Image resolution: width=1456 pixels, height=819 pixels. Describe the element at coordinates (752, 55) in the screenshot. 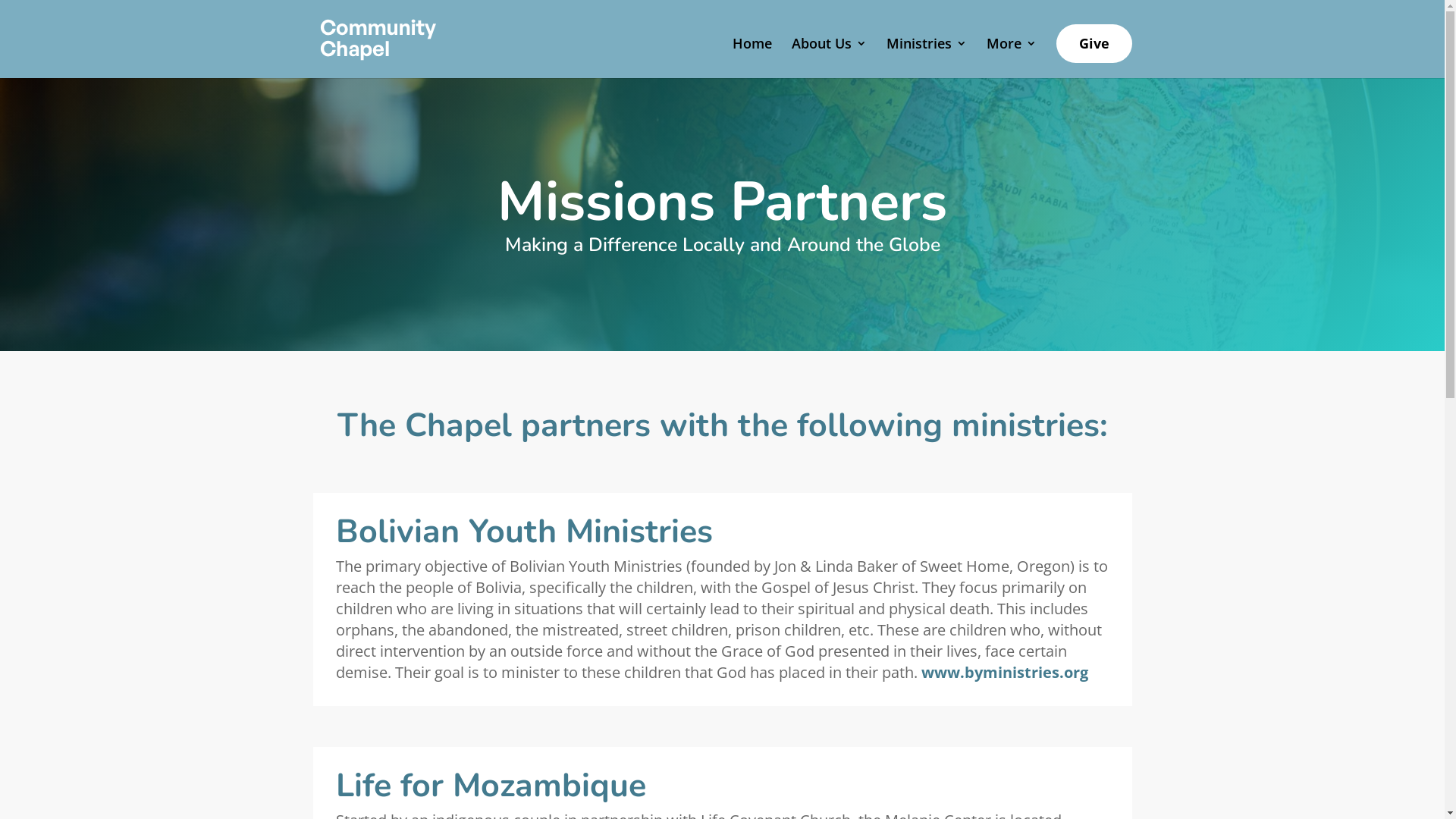

I see `'Home'` at that location.